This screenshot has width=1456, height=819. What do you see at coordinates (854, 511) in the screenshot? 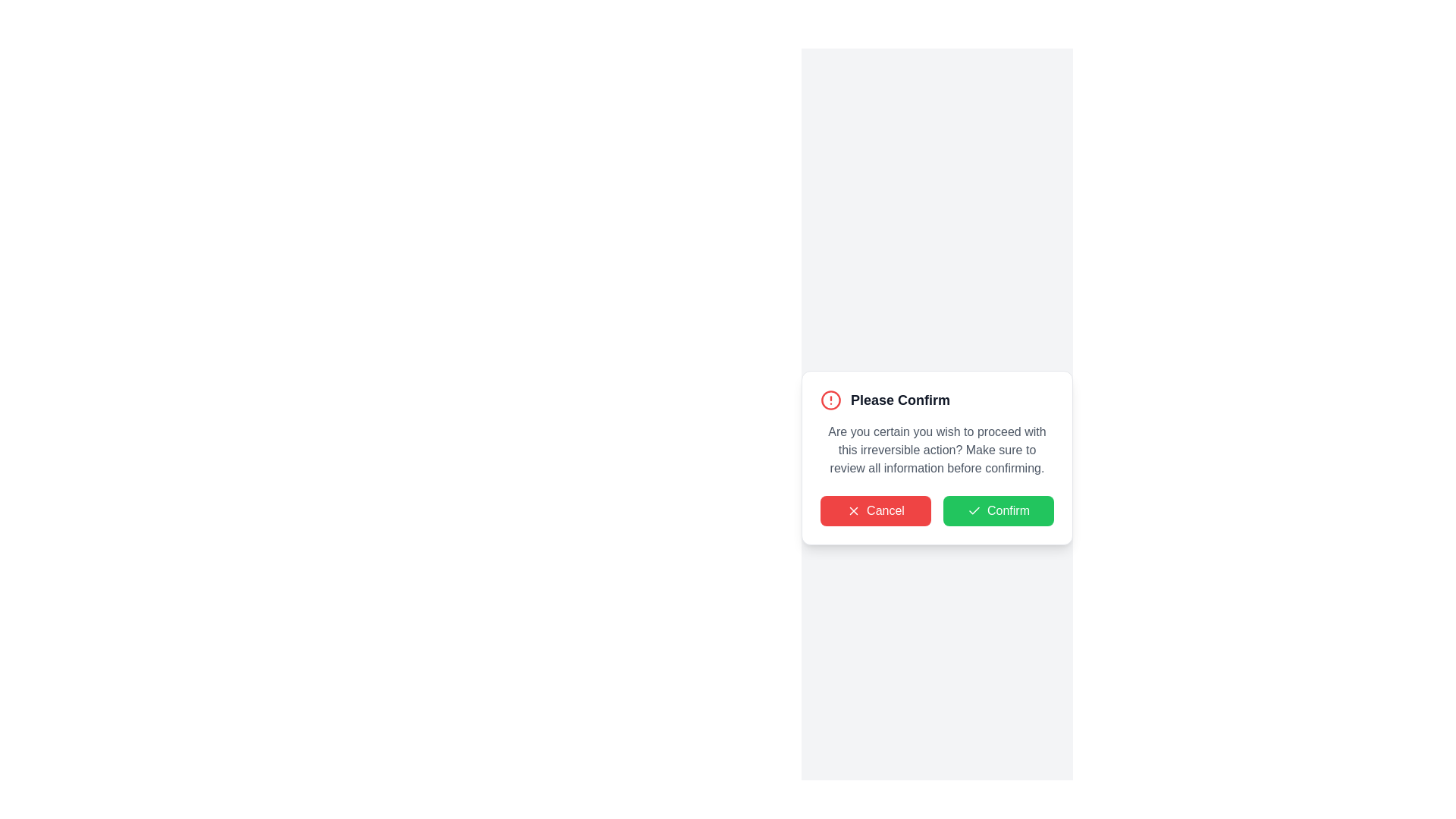
I see `the red 'Cancel' button containing the red 'X' icon used for cancellation` at bounding box center [854, 511].